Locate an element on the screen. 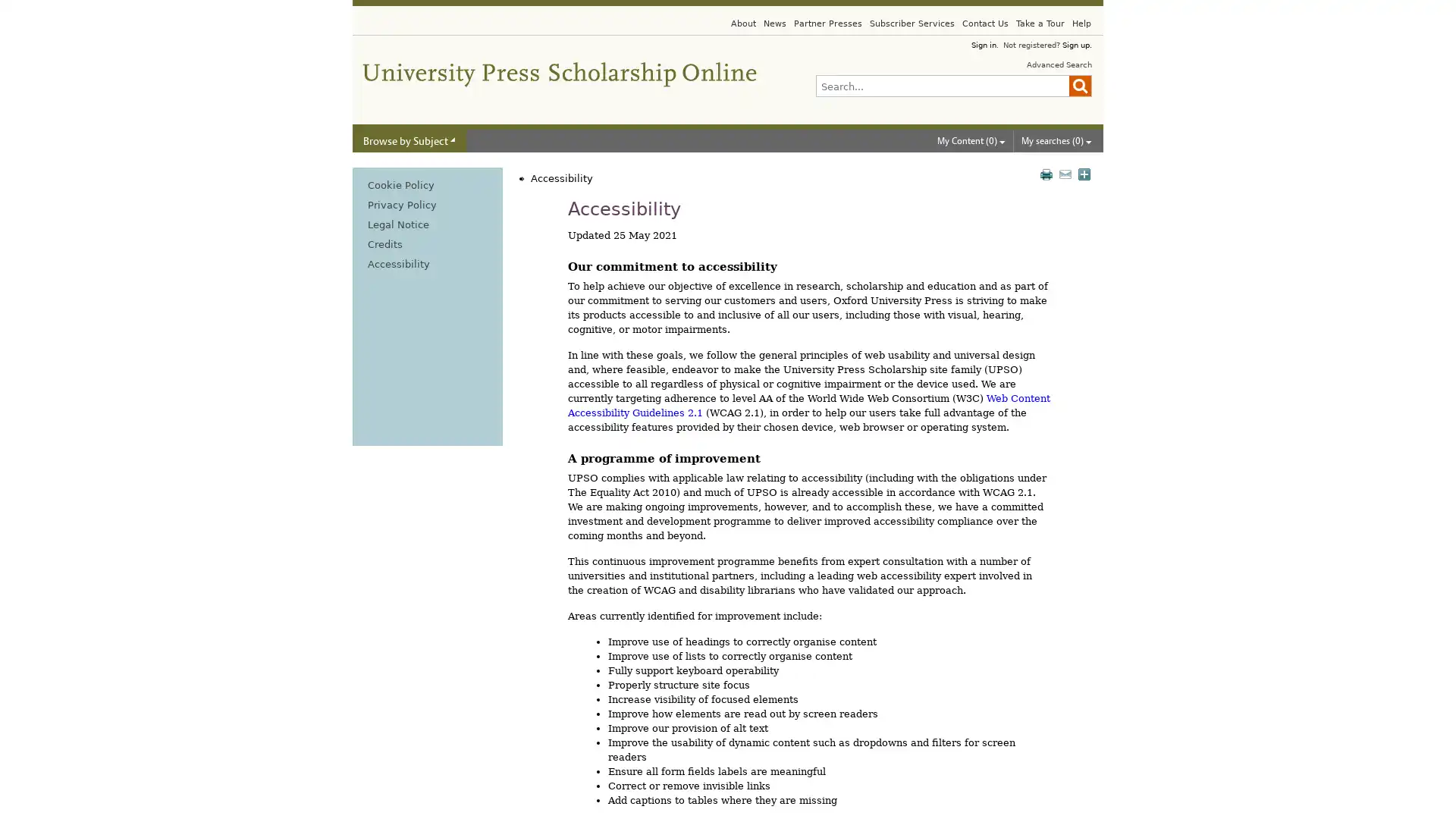  Share This is located at coordinates (1084, 174).